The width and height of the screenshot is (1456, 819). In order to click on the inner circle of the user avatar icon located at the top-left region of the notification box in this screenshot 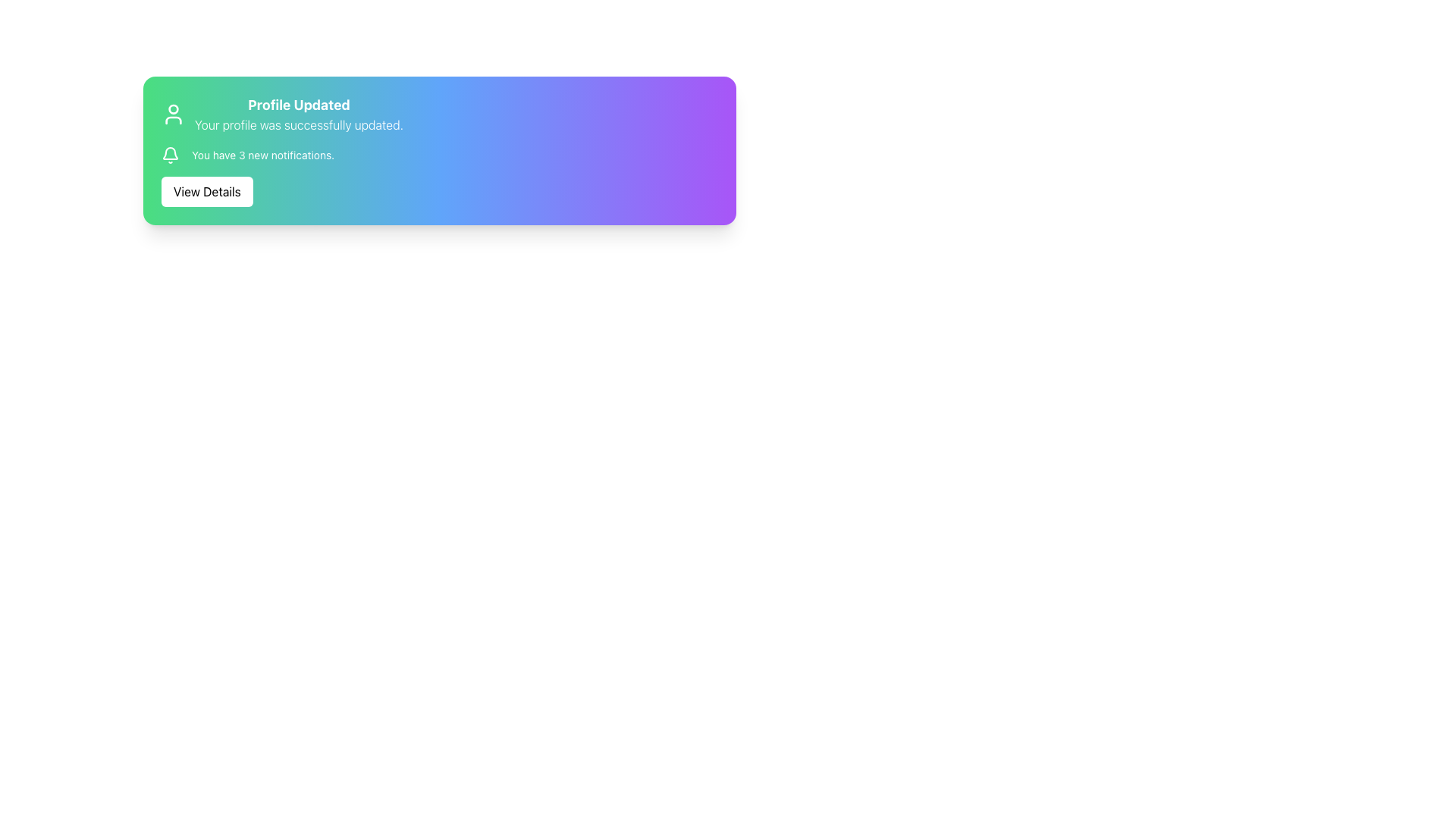, I will do `click(174, 108)`.